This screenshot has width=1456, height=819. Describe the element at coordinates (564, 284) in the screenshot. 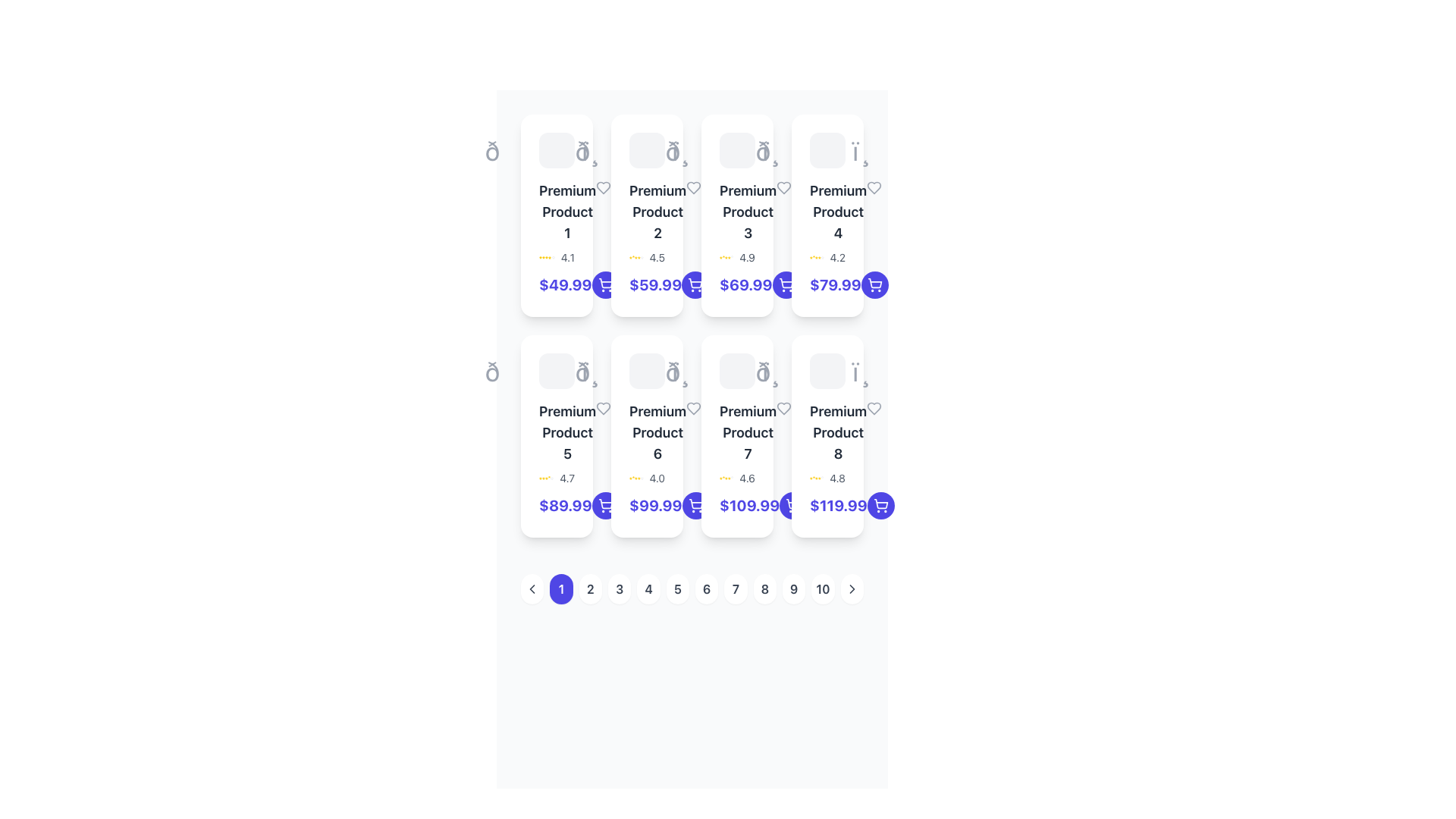

I see `price label located in the first product card on the top-left corner of the grid, positioned below the product title and rating, to the left of the shopping cart button` at that location.